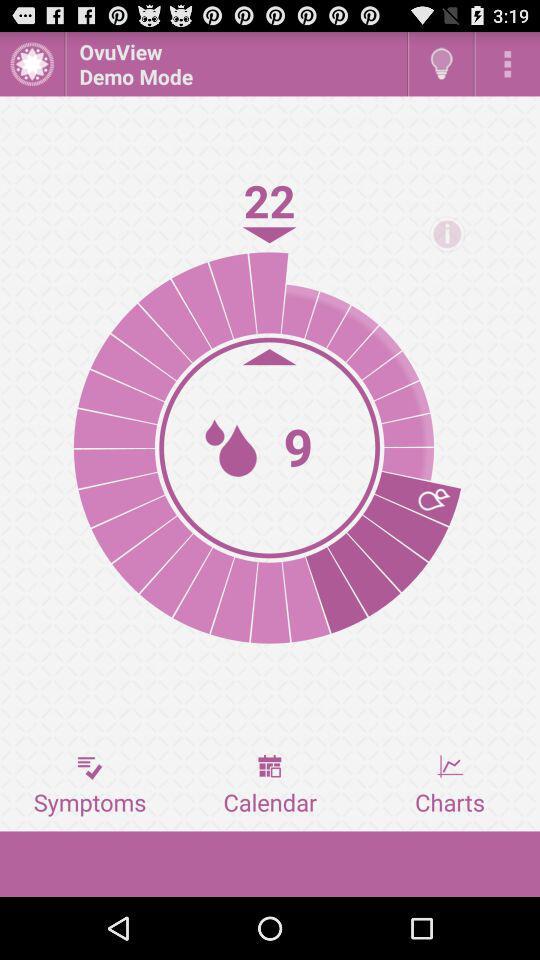  I want to click on the charts, so click(449, 785).